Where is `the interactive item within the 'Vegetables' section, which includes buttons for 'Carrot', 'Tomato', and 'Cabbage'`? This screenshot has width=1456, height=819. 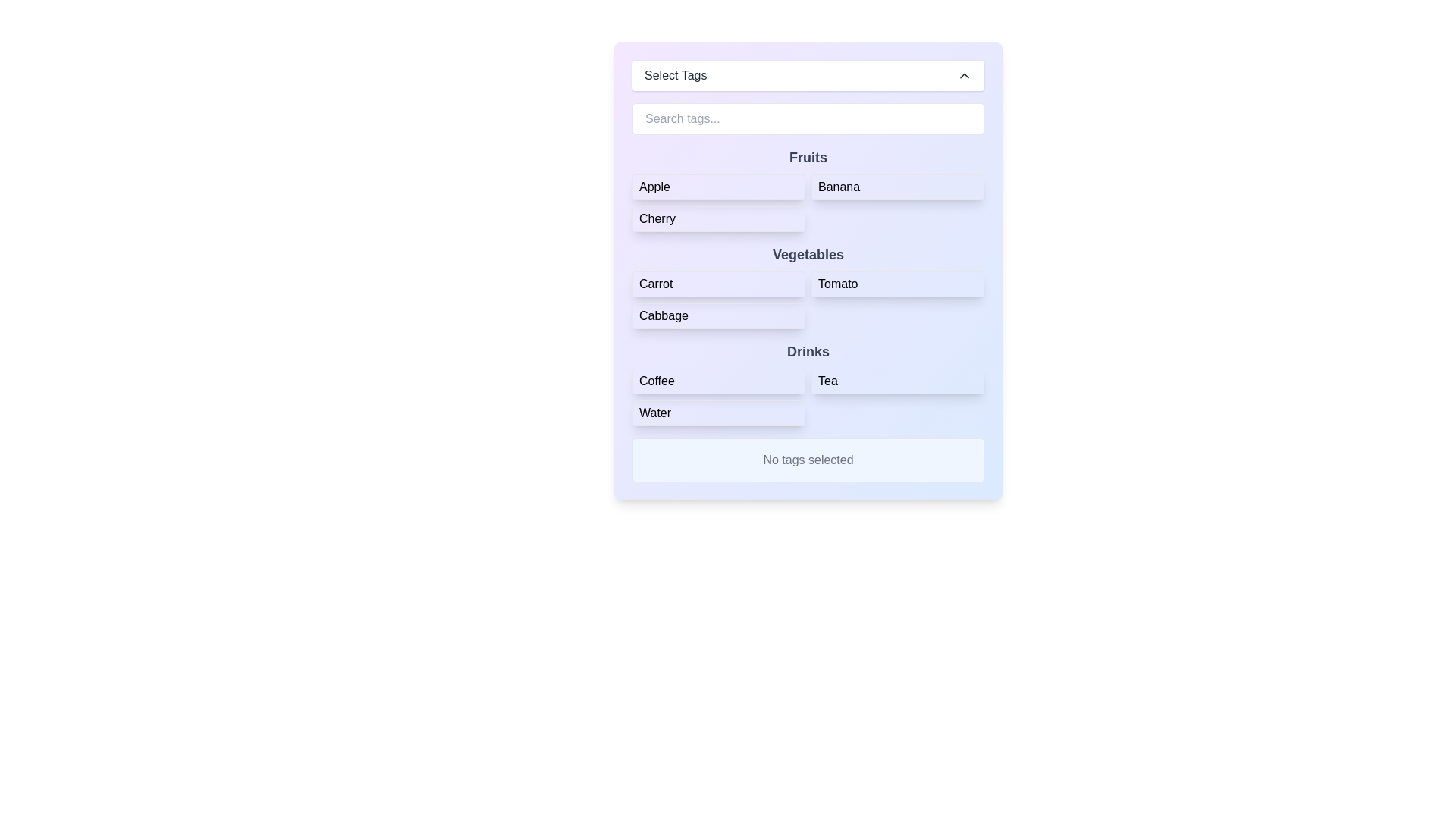 the interactive item within the 'Vegetables' section, which includes buttons for 'Carrot', 'Tomato', and 'Cabbage' is located at coordinates (807, 287).